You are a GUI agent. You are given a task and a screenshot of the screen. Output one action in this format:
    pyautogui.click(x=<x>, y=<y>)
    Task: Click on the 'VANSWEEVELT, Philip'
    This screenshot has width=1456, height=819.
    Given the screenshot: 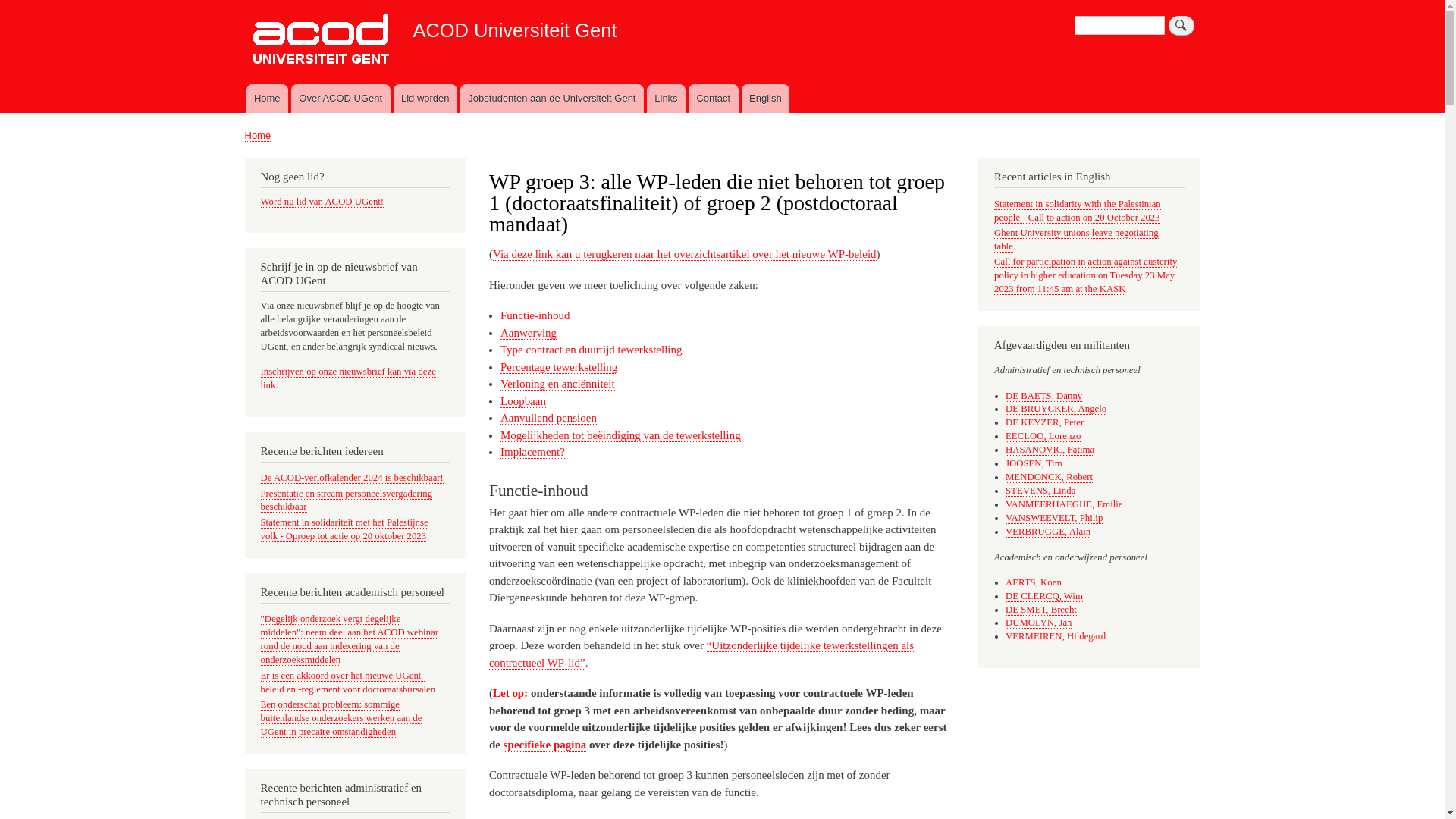 What is the action you would take?
    pyautogui.click(x=1053, y=517)
    